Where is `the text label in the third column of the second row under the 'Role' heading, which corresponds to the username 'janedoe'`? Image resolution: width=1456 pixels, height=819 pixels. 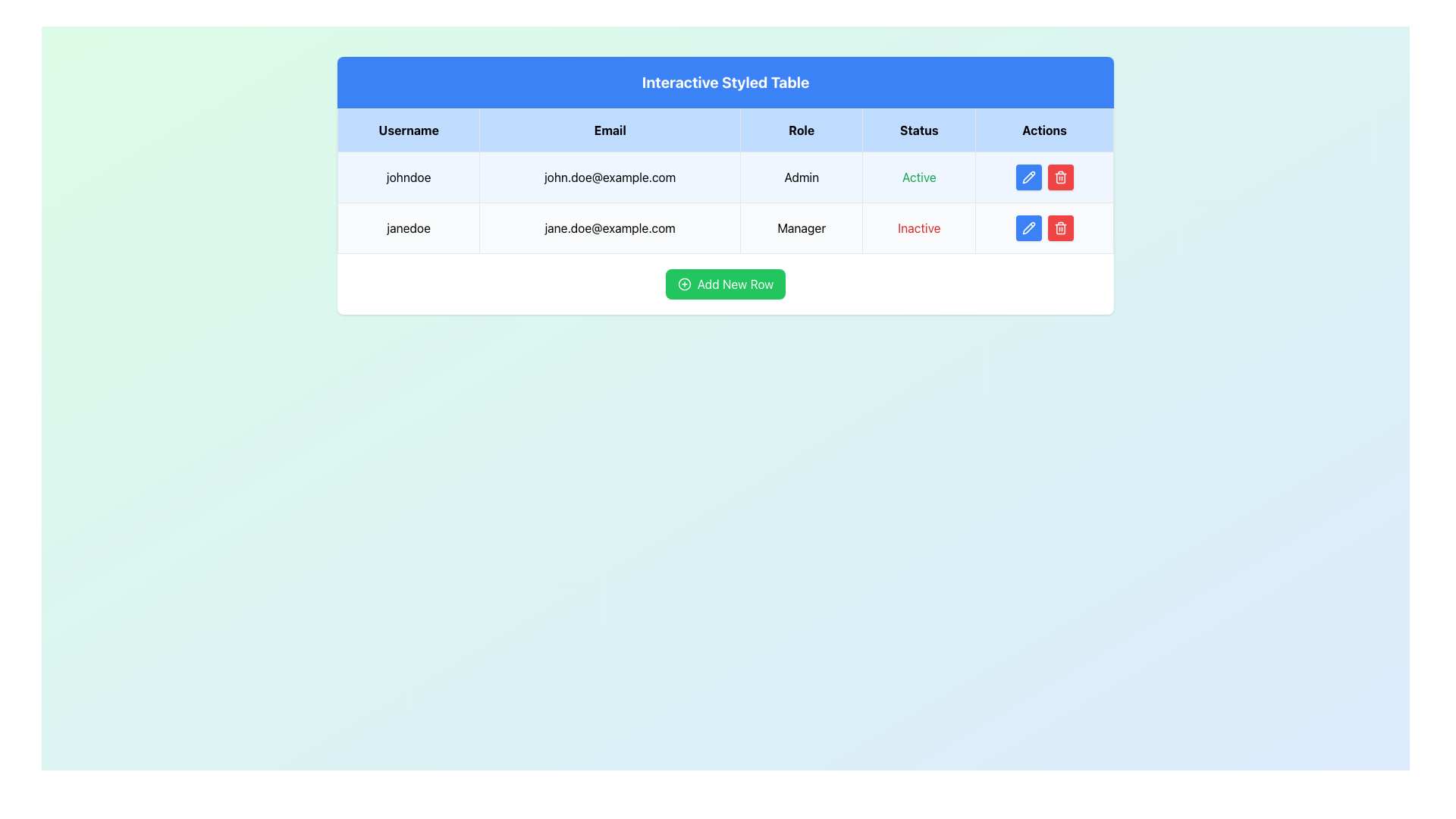 the text label in the third column of the second row under the 'Role' heading, which corresponds to the username 'janedoe' is located at coordinates (801, 227).